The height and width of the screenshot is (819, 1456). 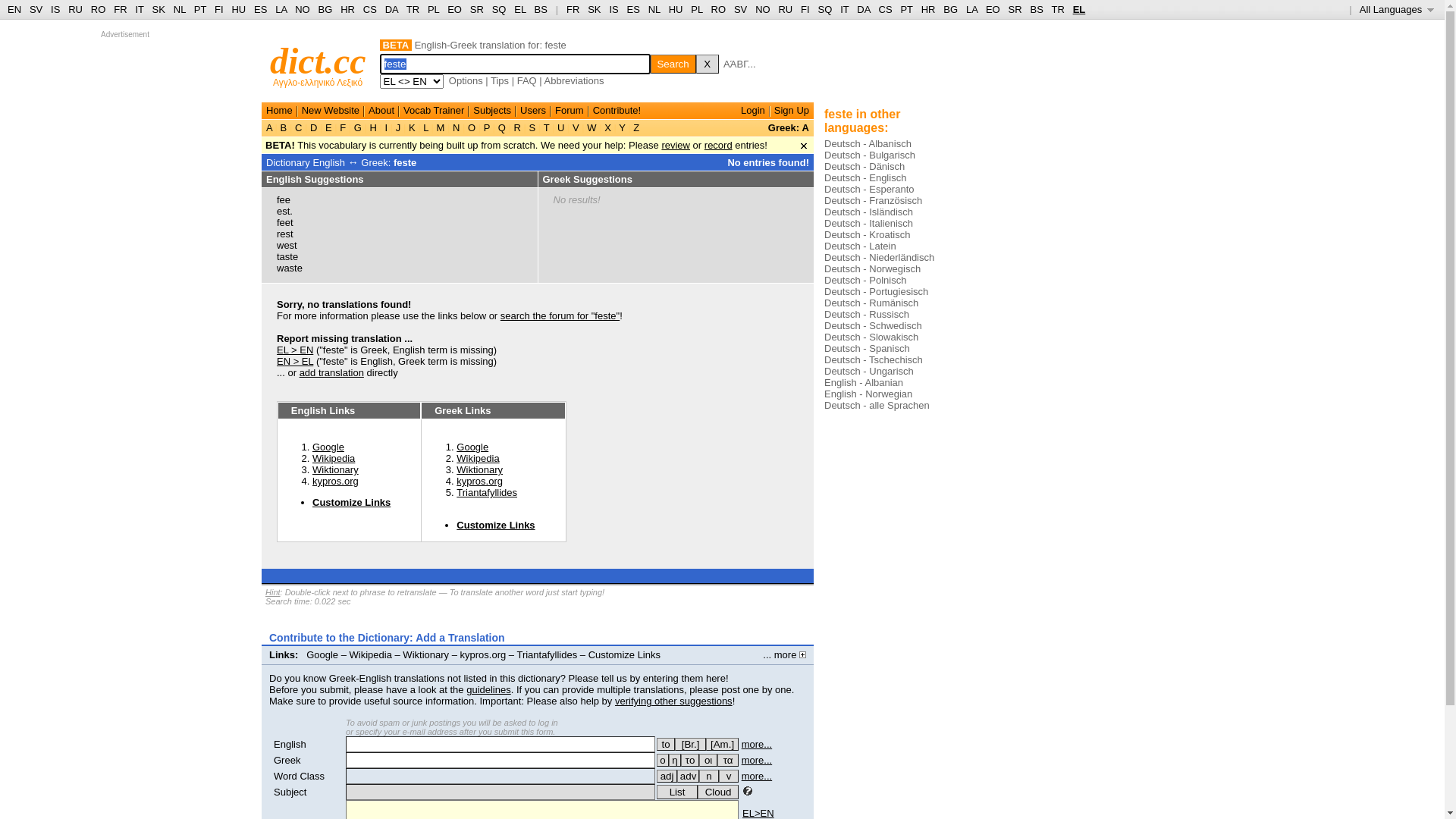 What do you see at coordinates (675, 145) in the screenshot?
I see `'review'` at bounding box center [675, 145].